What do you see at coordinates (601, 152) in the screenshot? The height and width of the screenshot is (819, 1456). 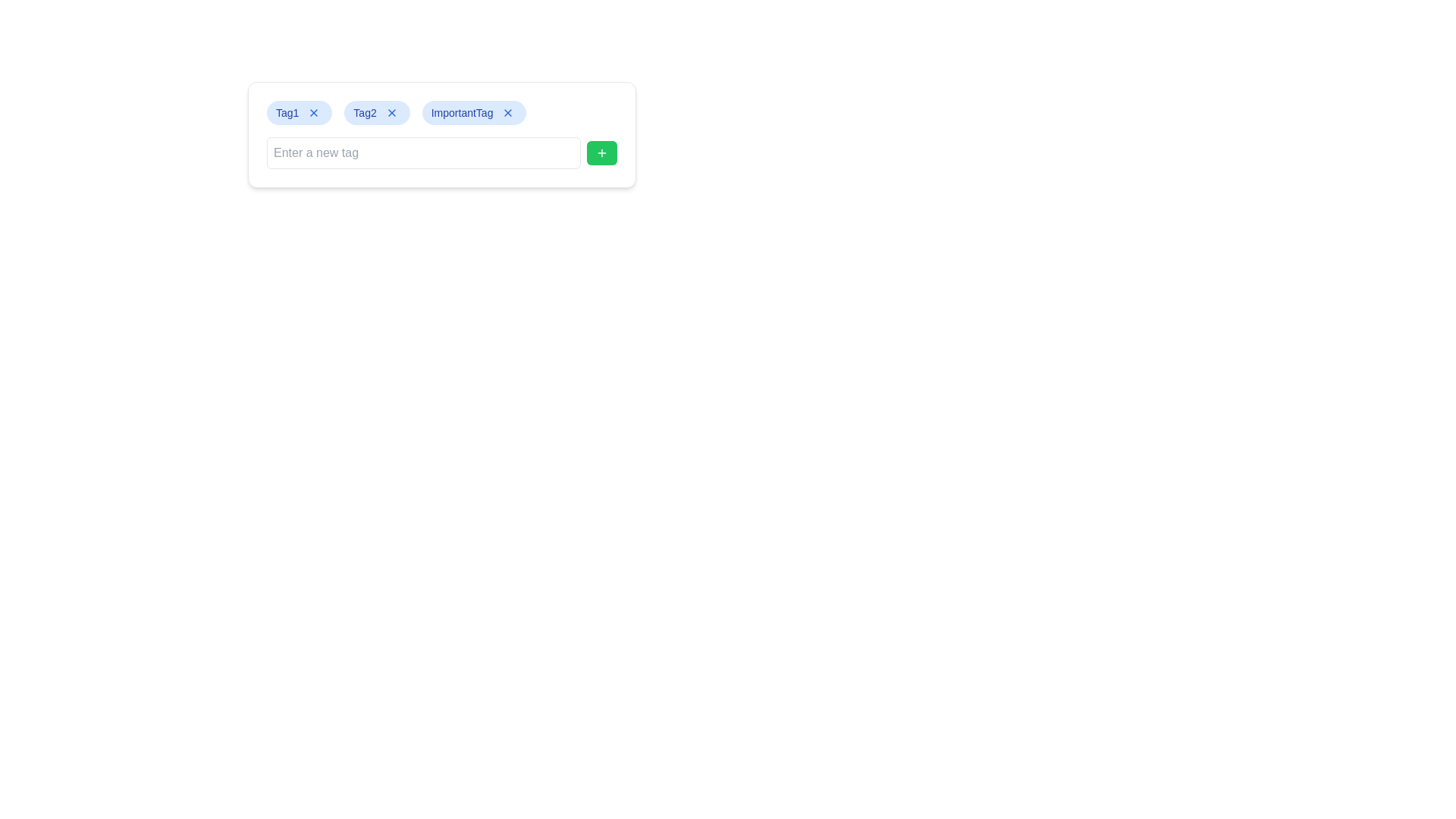 I see `the green rectangular button with a white cross symbol` at bounding box center [601, 152].